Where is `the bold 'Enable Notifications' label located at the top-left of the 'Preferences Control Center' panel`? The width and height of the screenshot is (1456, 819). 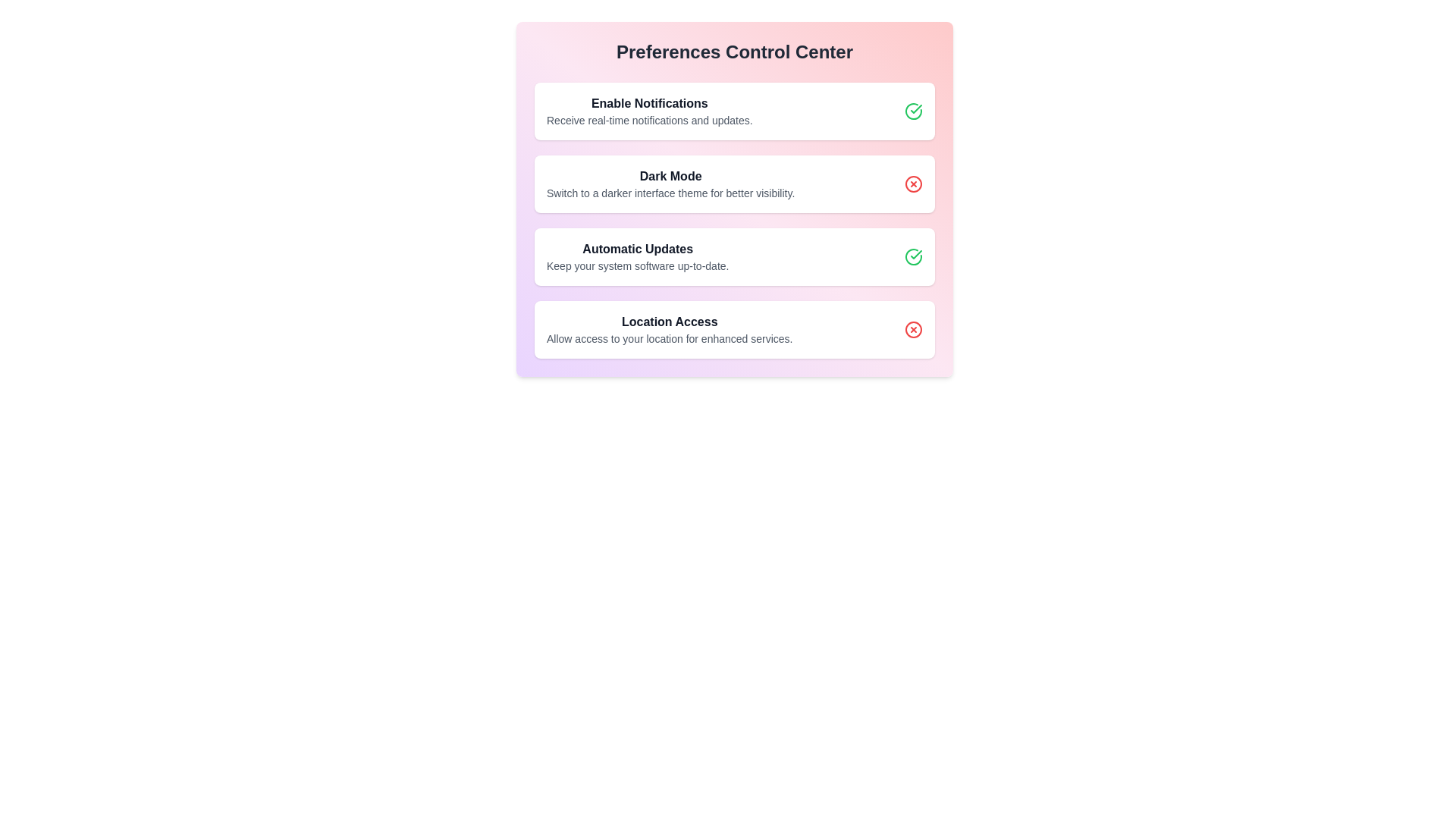
the bold 'Enable Notifications' label located at the top-left of the 'Preferences Control Center' panel is located at coordinates (649, 103).